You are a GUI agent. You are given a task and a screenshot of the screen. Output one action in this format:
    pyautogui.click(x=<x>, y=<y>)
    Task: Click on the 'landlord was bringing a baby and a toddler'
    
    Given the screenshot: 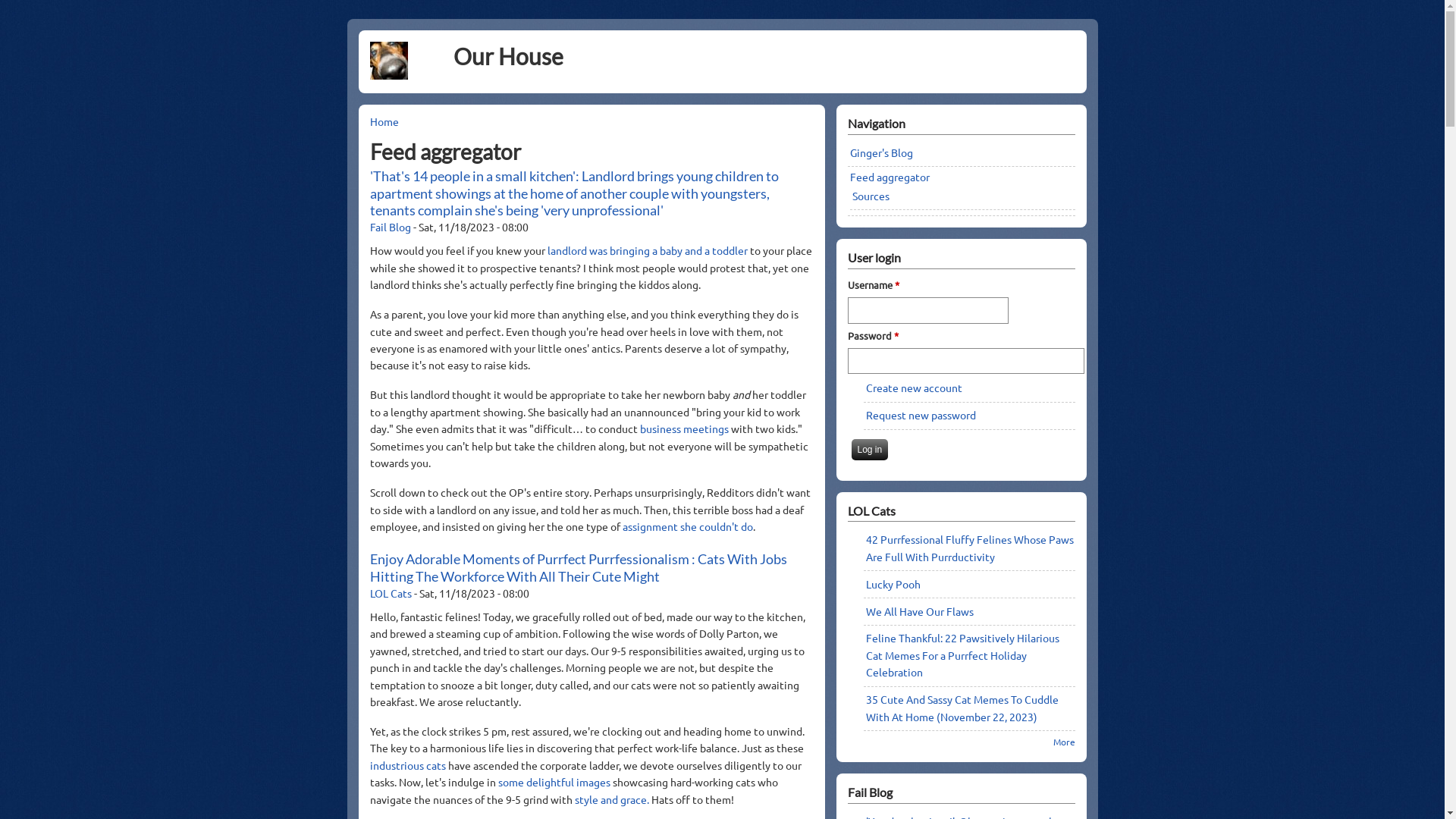 What is the action you would take?
    pyautogui.click(x=648, y=249)
    